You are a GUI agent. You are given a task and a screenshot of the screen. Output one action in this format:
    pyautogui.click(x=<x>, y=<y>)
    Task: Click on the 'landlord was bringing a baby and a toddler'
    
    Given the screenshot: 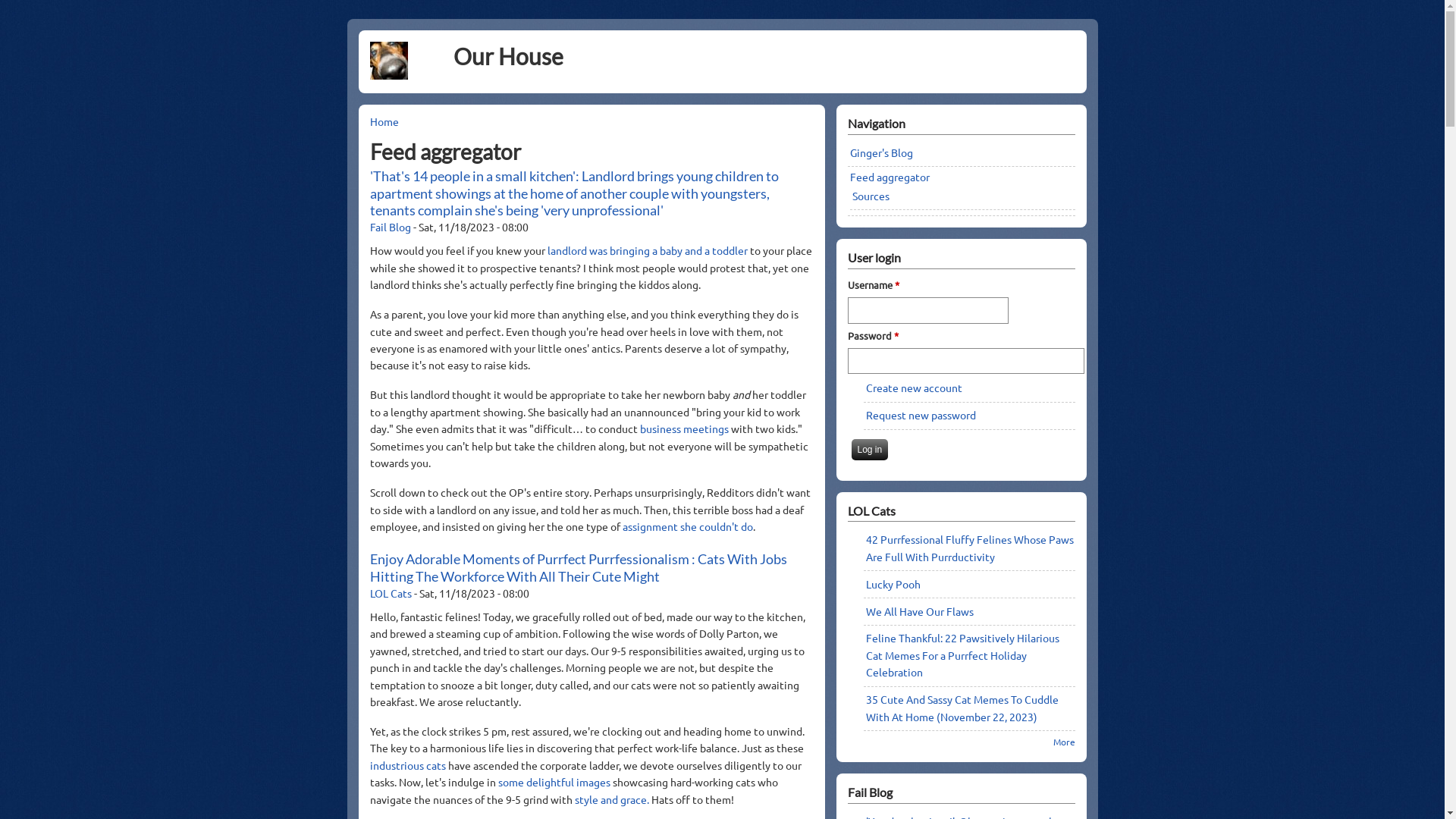 What is the action you would take?
    pyautogui.click(x=648, y=249)
    